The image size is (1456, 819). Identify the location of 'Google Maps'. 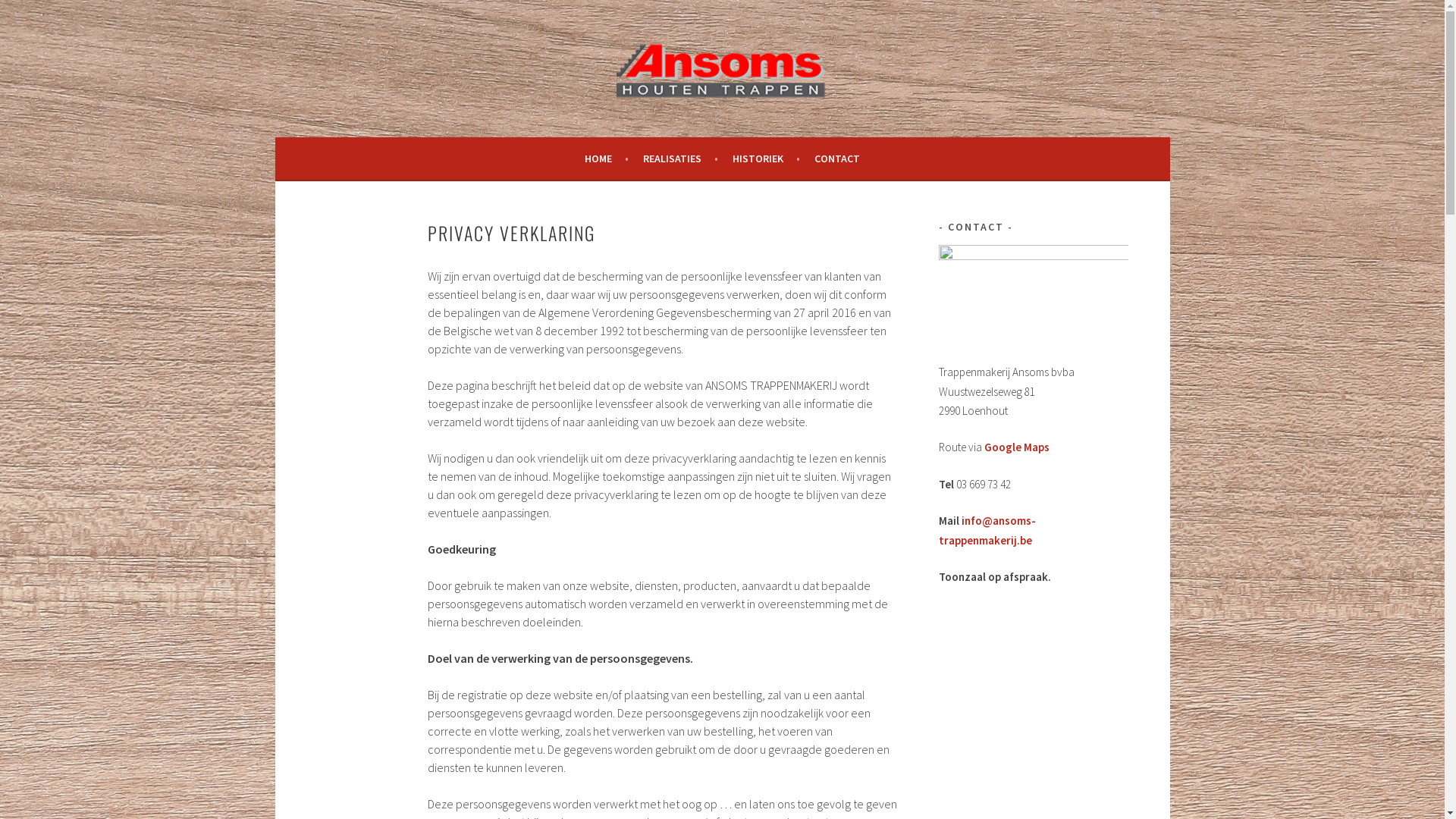
(1016, 446).